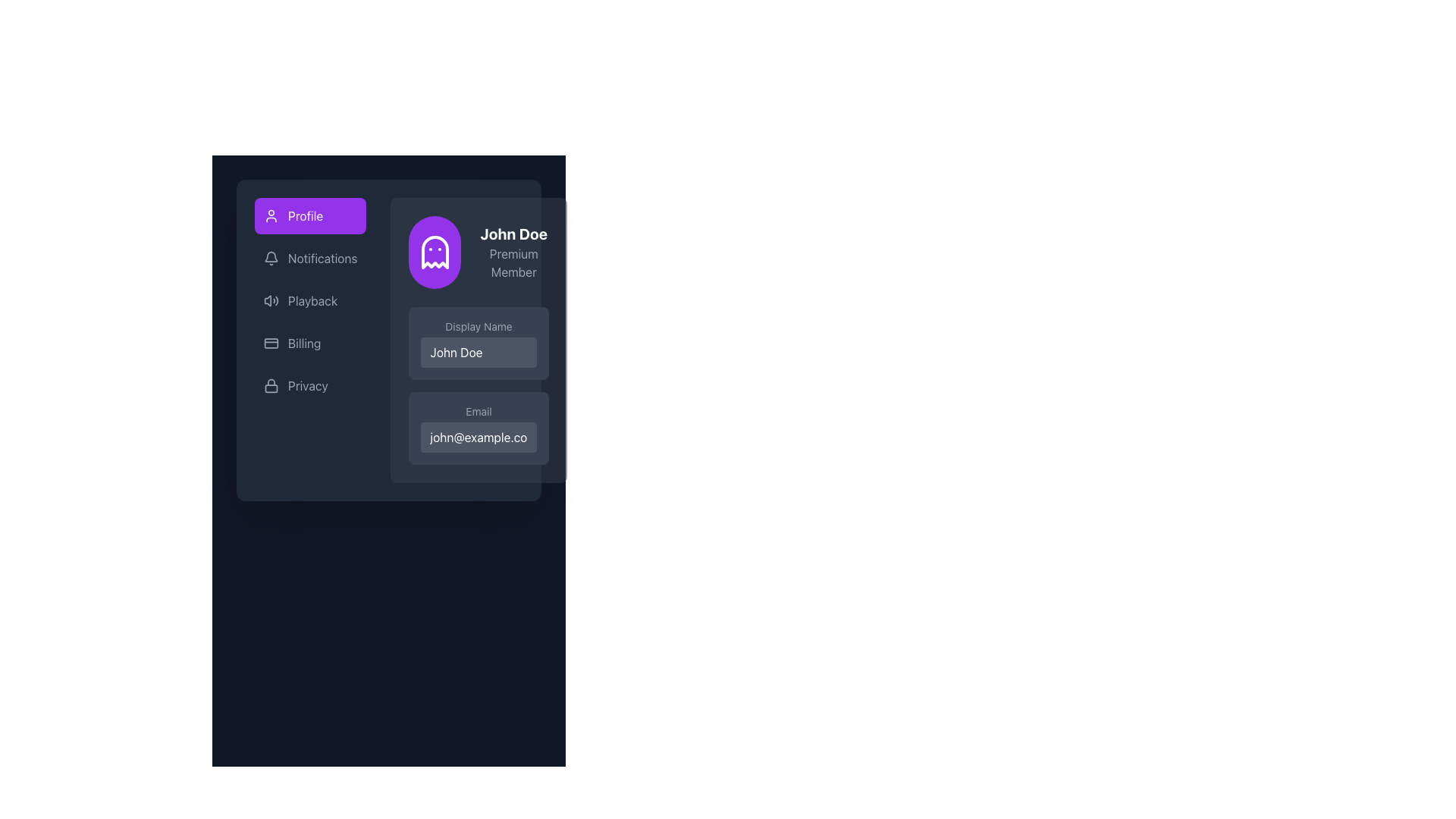 This screenshot has height=819, width=1456. I want to click on text content of the text label displaying 'John Doe' in bold white font on a dark background, positioned above 'Premium Member', so click(513, 234).